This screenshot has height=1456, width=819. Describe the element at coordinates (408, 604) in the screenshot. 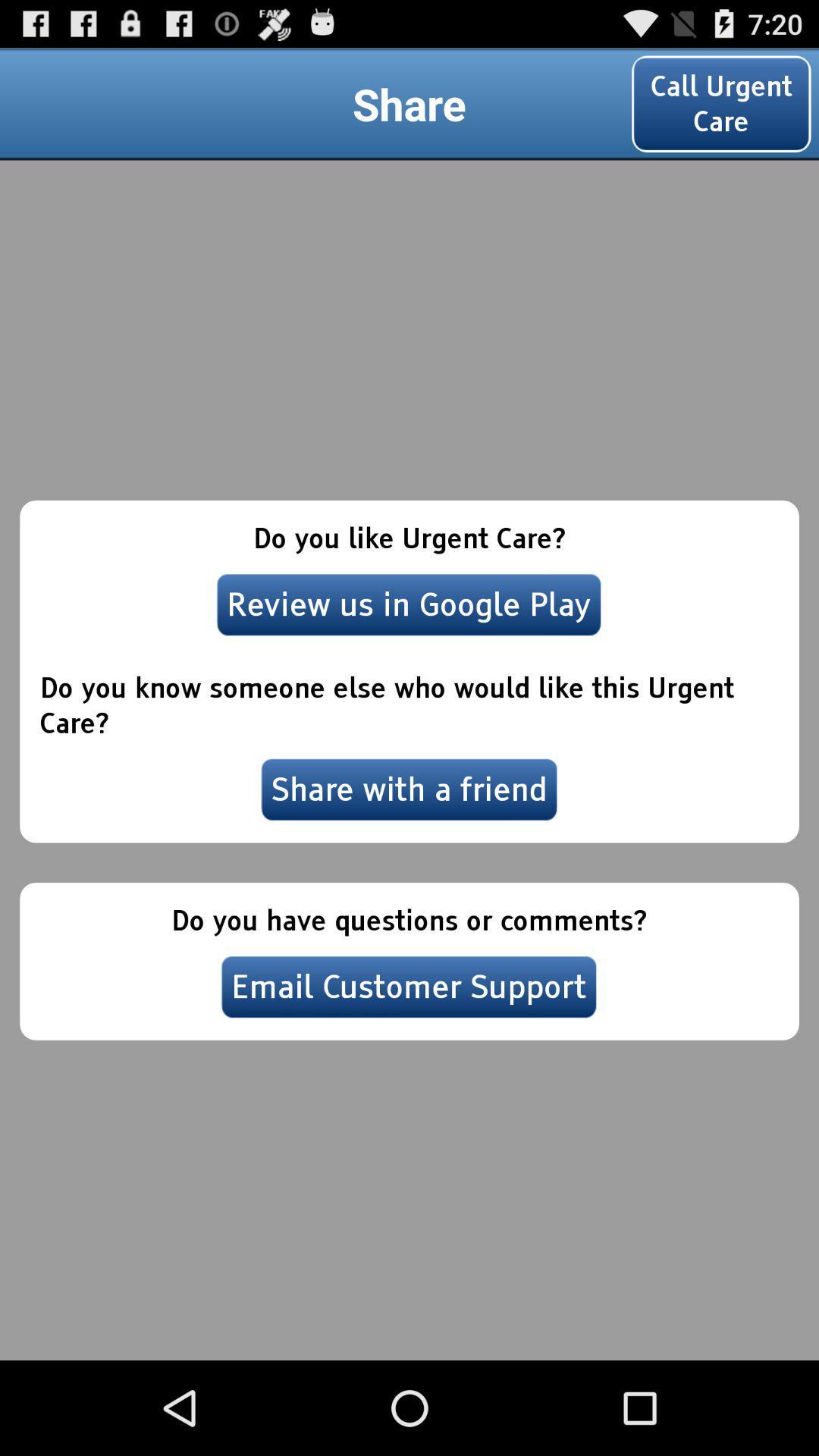

I see `the item above the do you know item` at that location.